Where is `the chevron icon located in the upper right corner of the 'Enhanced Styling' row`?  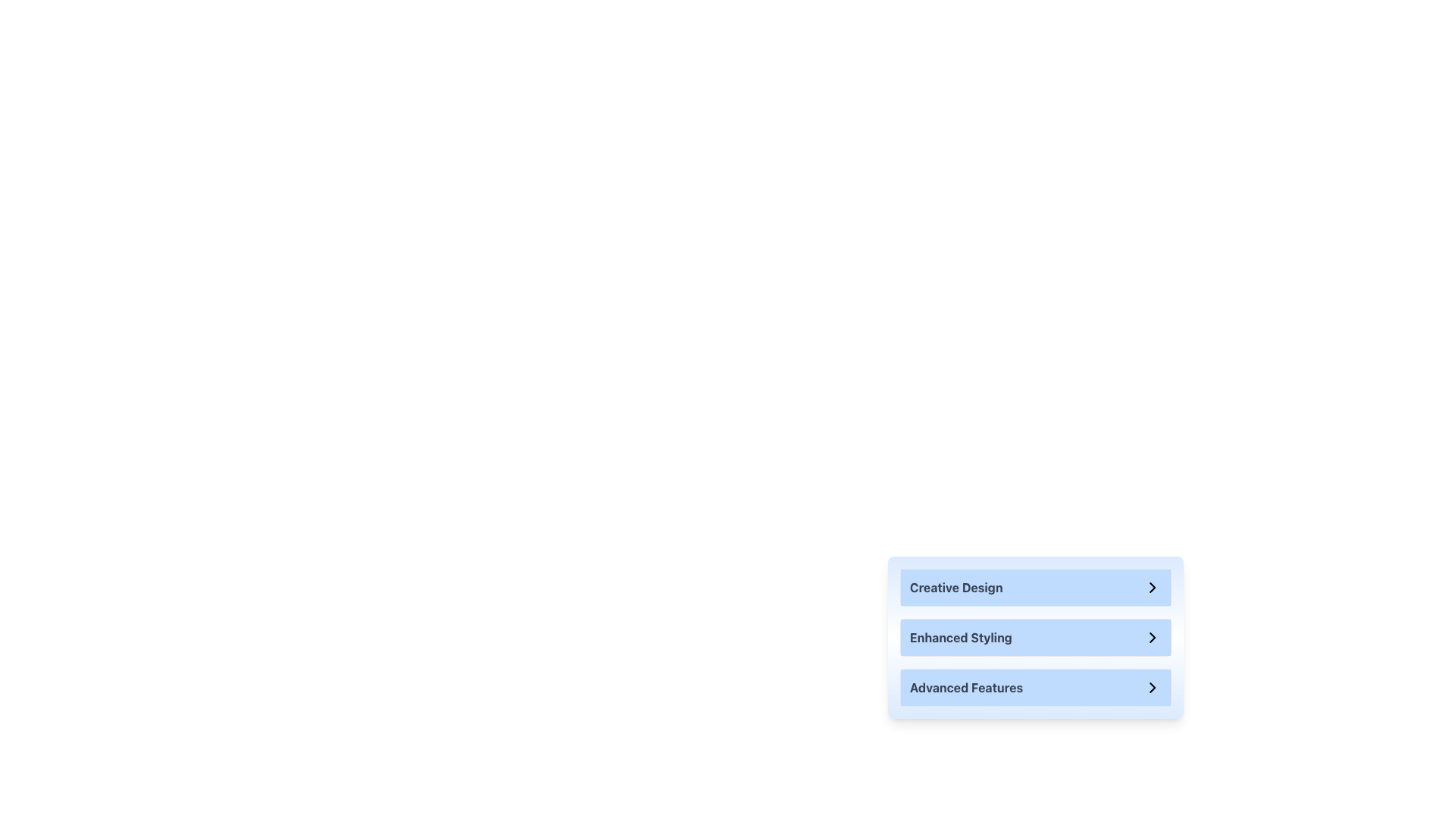
the chevron icon located in the upper right corner of the 'Enhanced Styling' row is located at coordinates (1153, 637).